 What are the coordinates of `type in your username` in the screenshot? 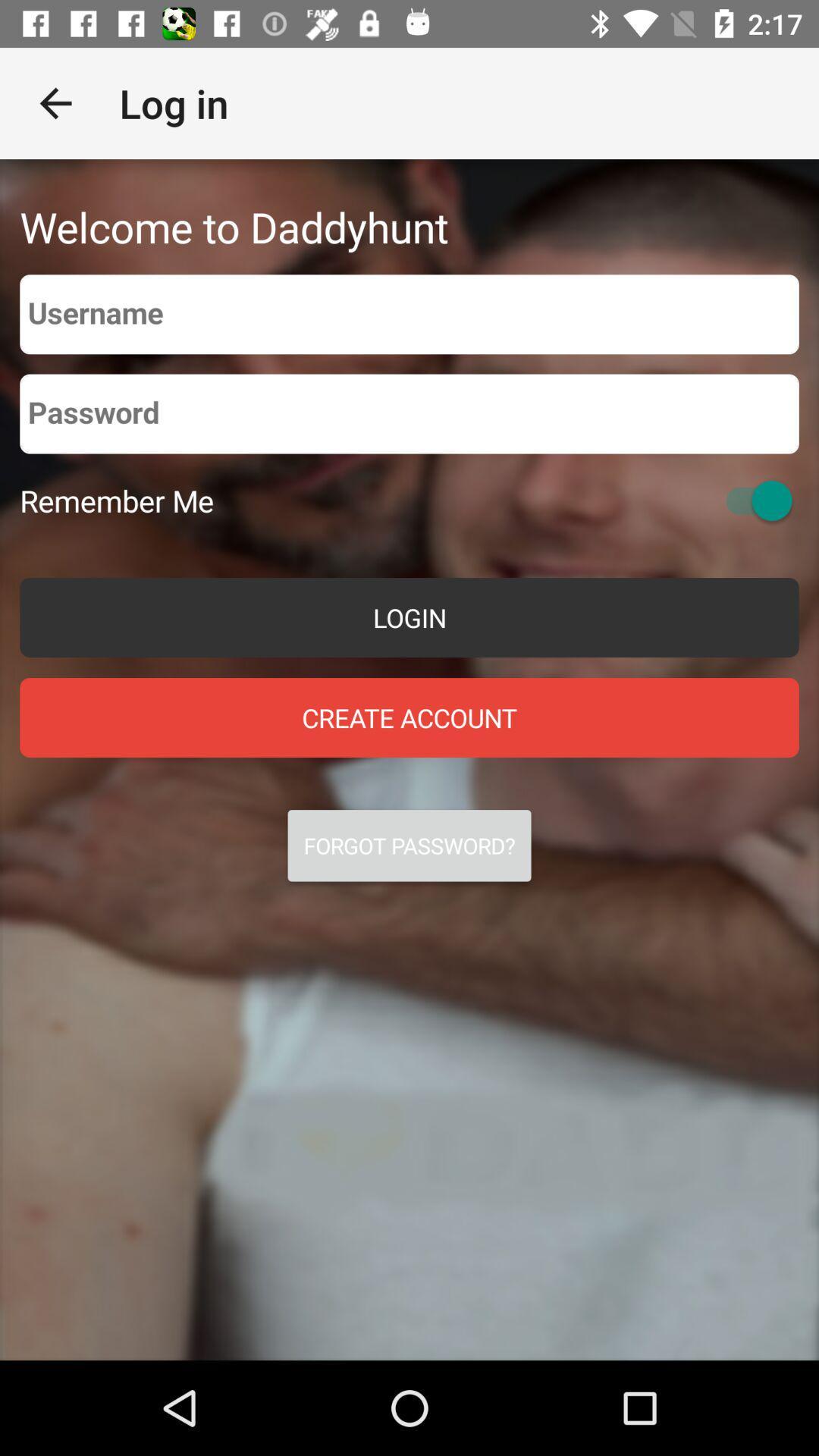 It's located at (409, 313).